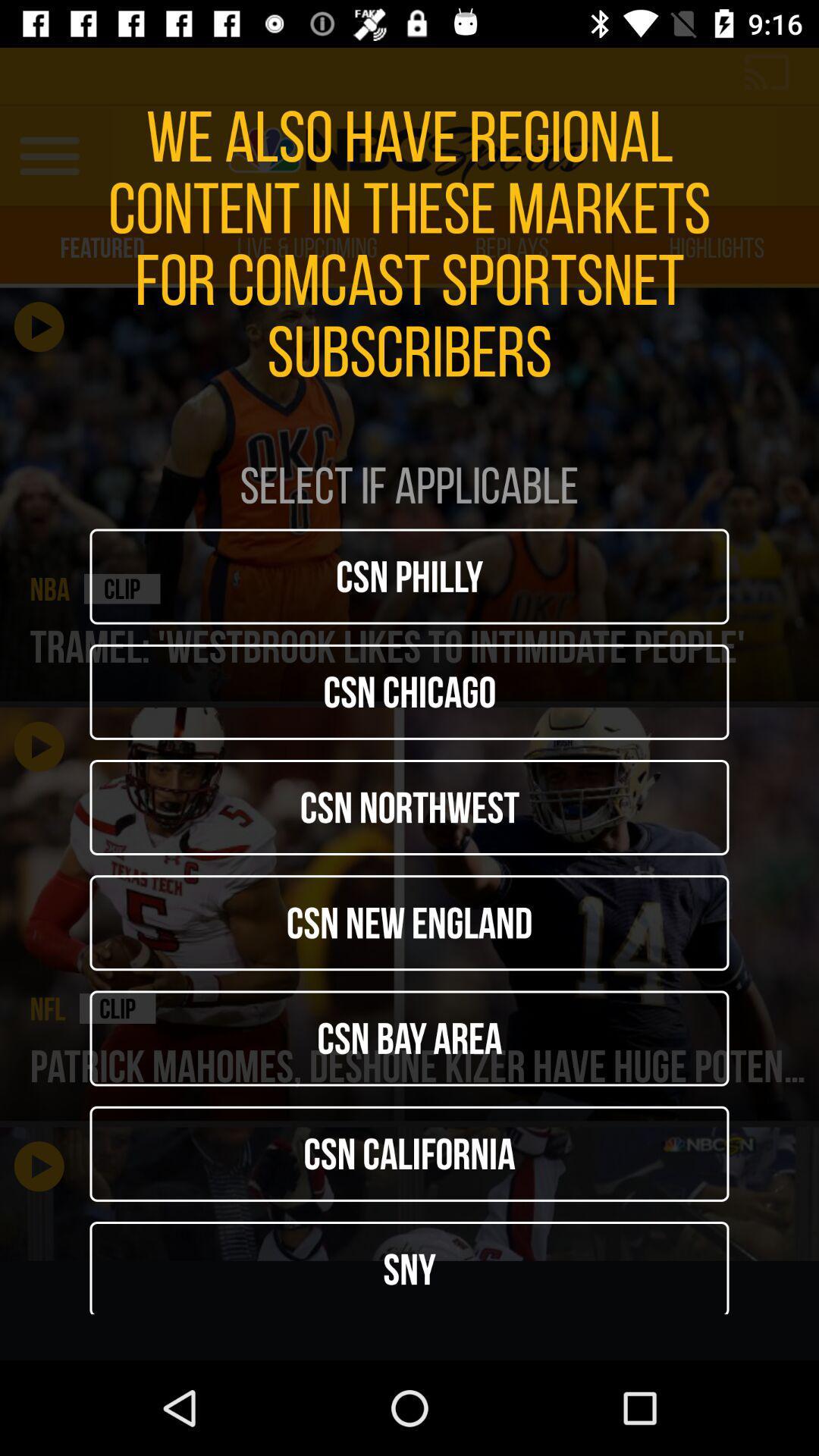 Image resolution: width=819 pixels, height=1456 pixels. What do you see at coordinates (409, 807) in the screenshot?
I see `the icon above csn new england item` at bounding box center [409, 807].